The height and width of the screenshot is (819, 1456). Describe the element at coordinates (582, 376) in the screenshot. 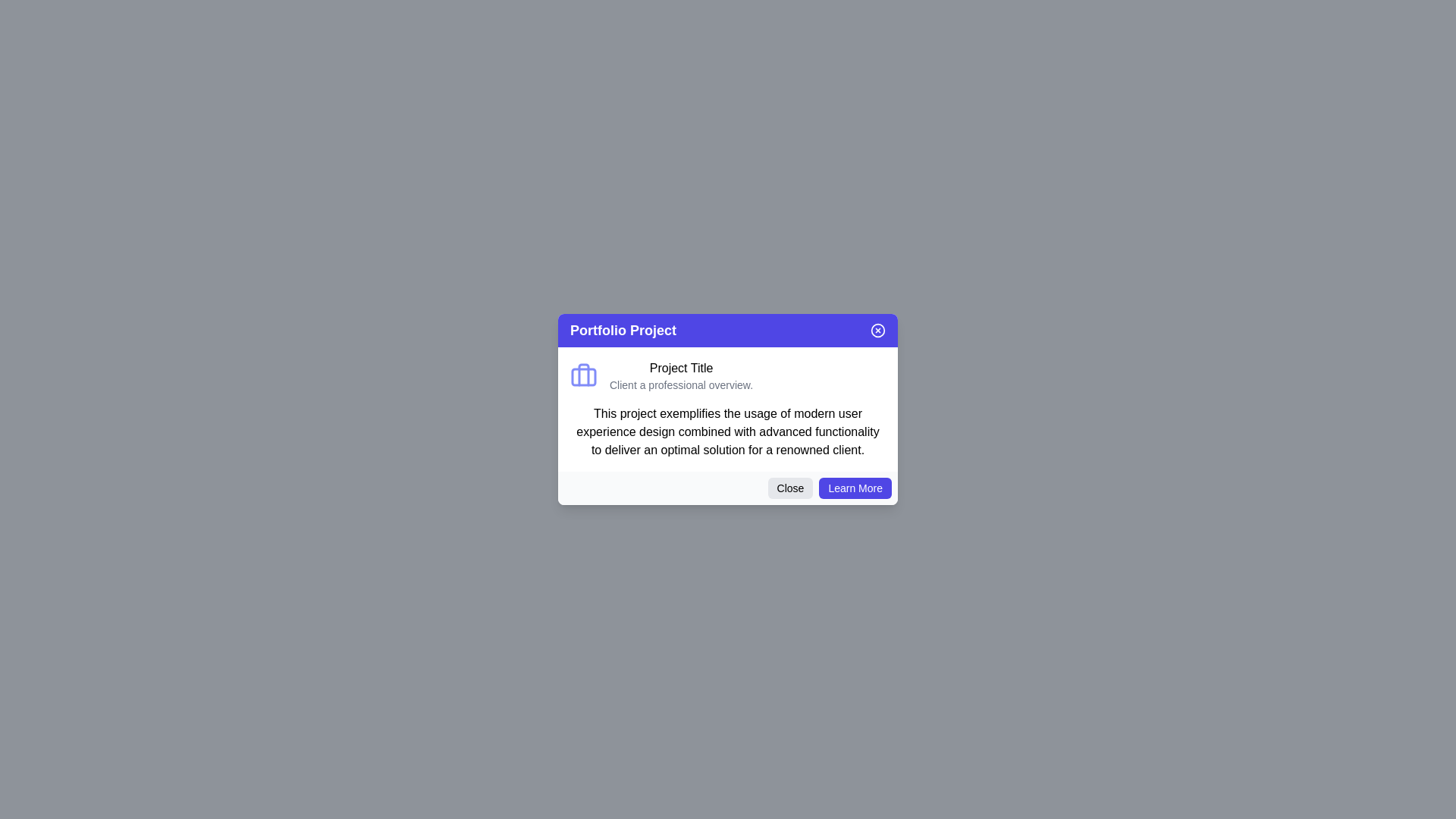

I see `the rectangular shape located inside the briefcase icon, specifically at the bottom of the briefcase structure, which serves as the main compartment or handle area` at that location.